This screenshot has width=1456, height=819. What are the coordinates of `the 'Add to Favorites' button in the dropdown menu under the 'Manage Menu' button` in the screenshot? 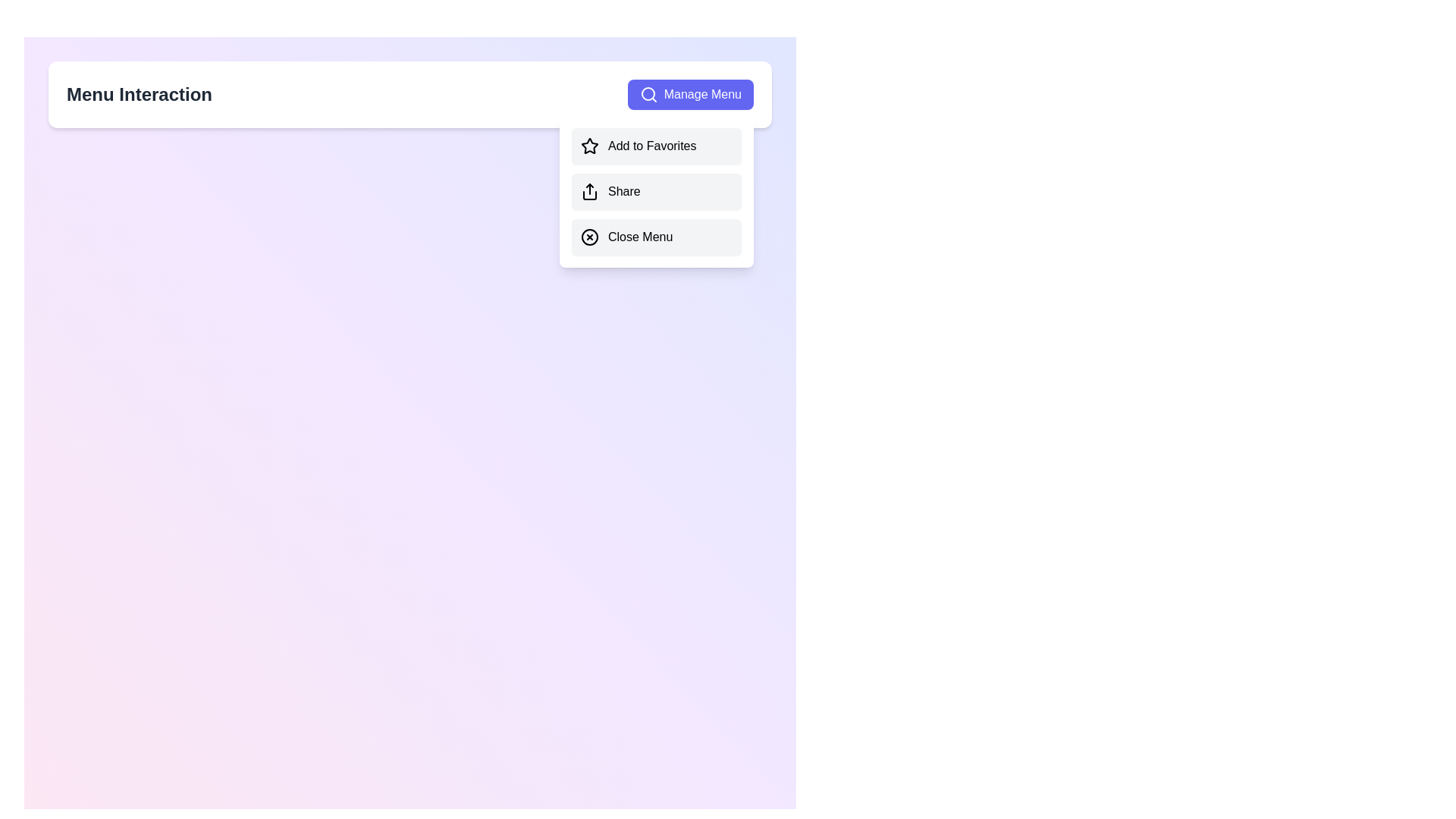 It's located at (656, 146).